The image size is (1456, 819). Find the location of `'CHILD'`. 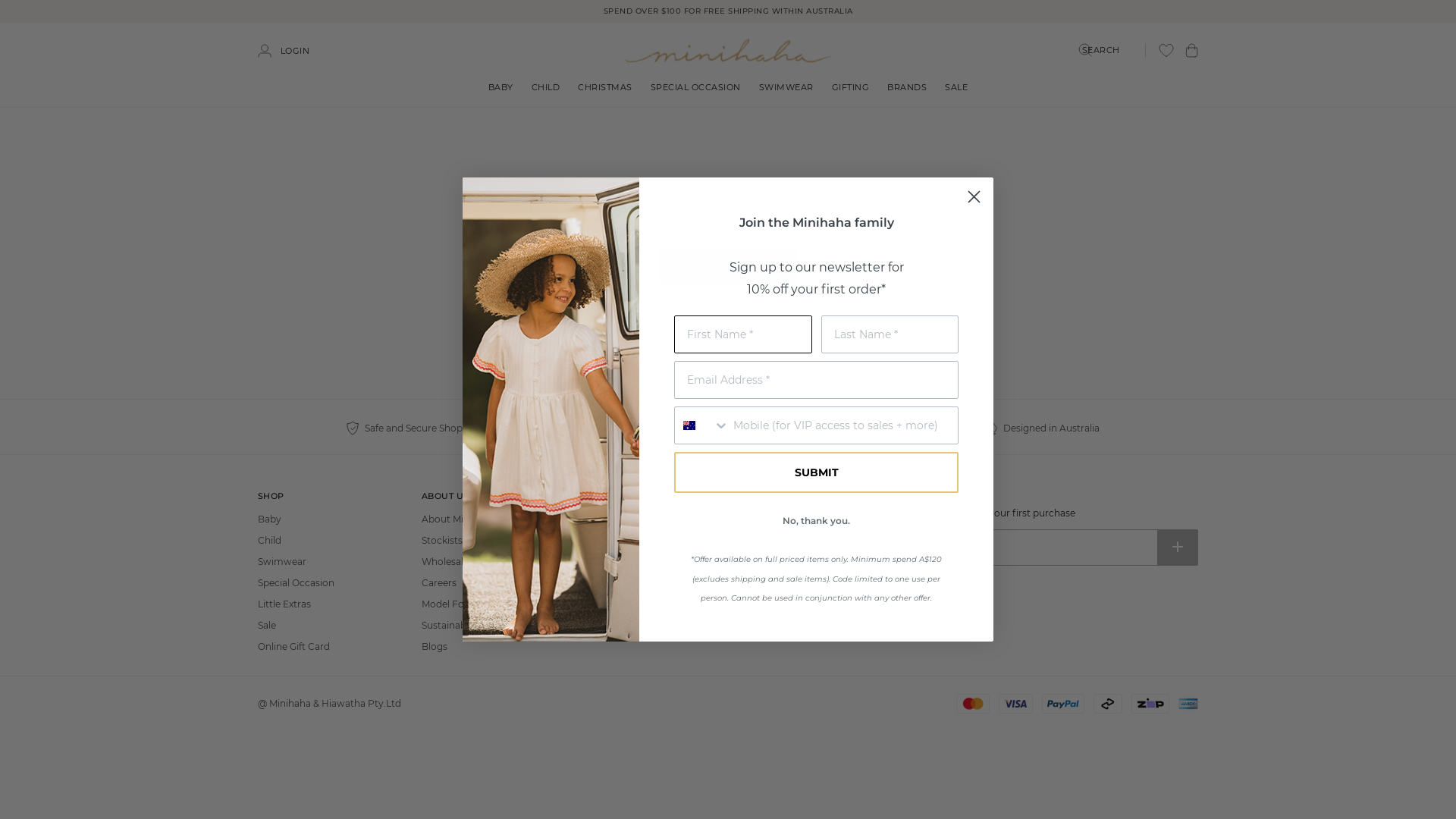

'CHILD' is located at coordinates (546, 87).